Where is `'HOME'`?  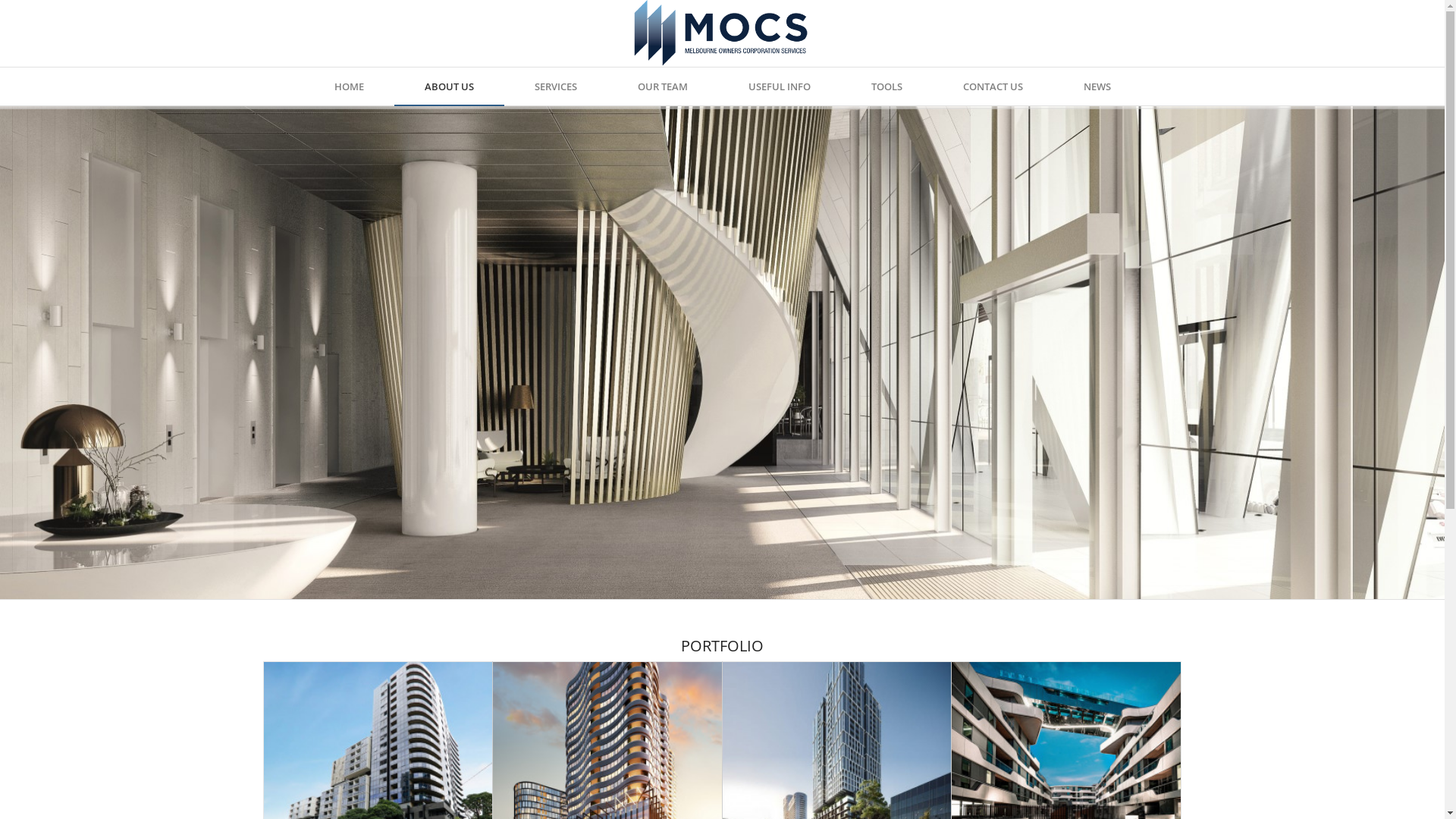
'HOME' is located at coordinates (347, 86).